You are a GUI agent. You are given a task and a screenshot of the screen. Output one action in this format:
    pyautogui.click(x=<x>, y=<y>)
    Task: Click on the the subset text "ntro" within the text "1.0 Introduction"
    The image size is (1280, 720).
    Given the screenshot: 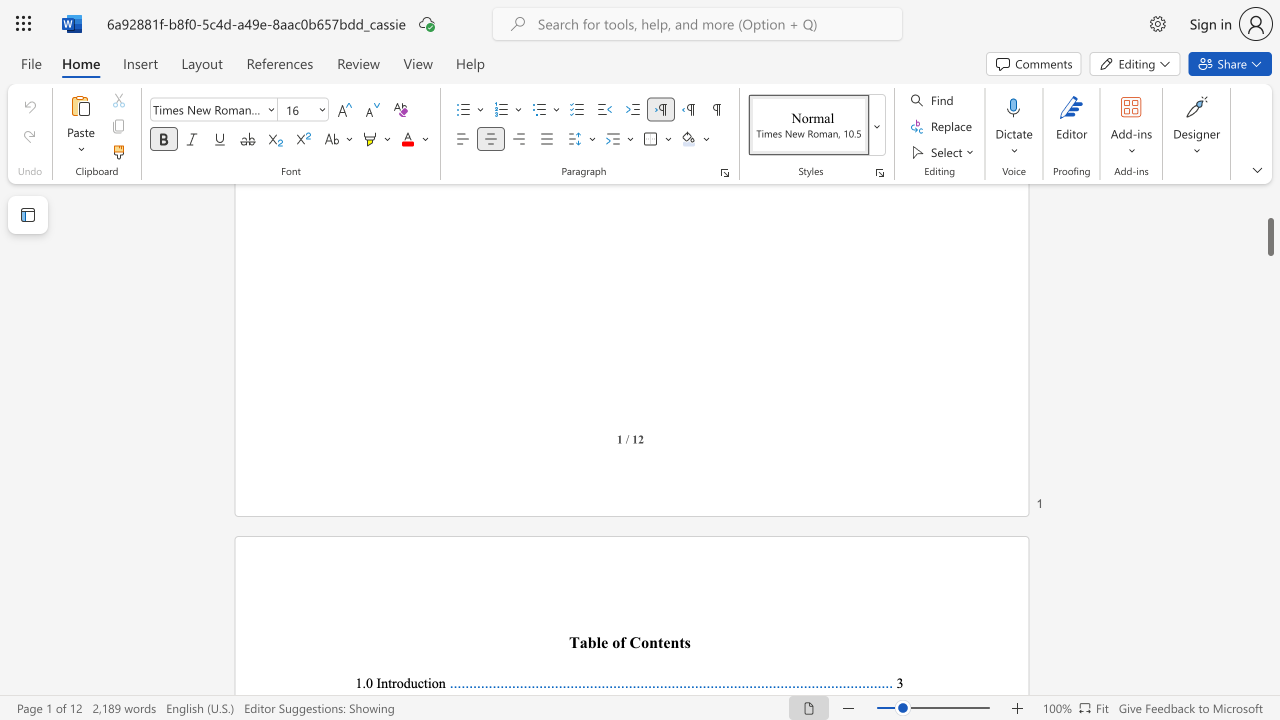 What is the action you would take?
    pyautogui.click(x=381, y=682)
    